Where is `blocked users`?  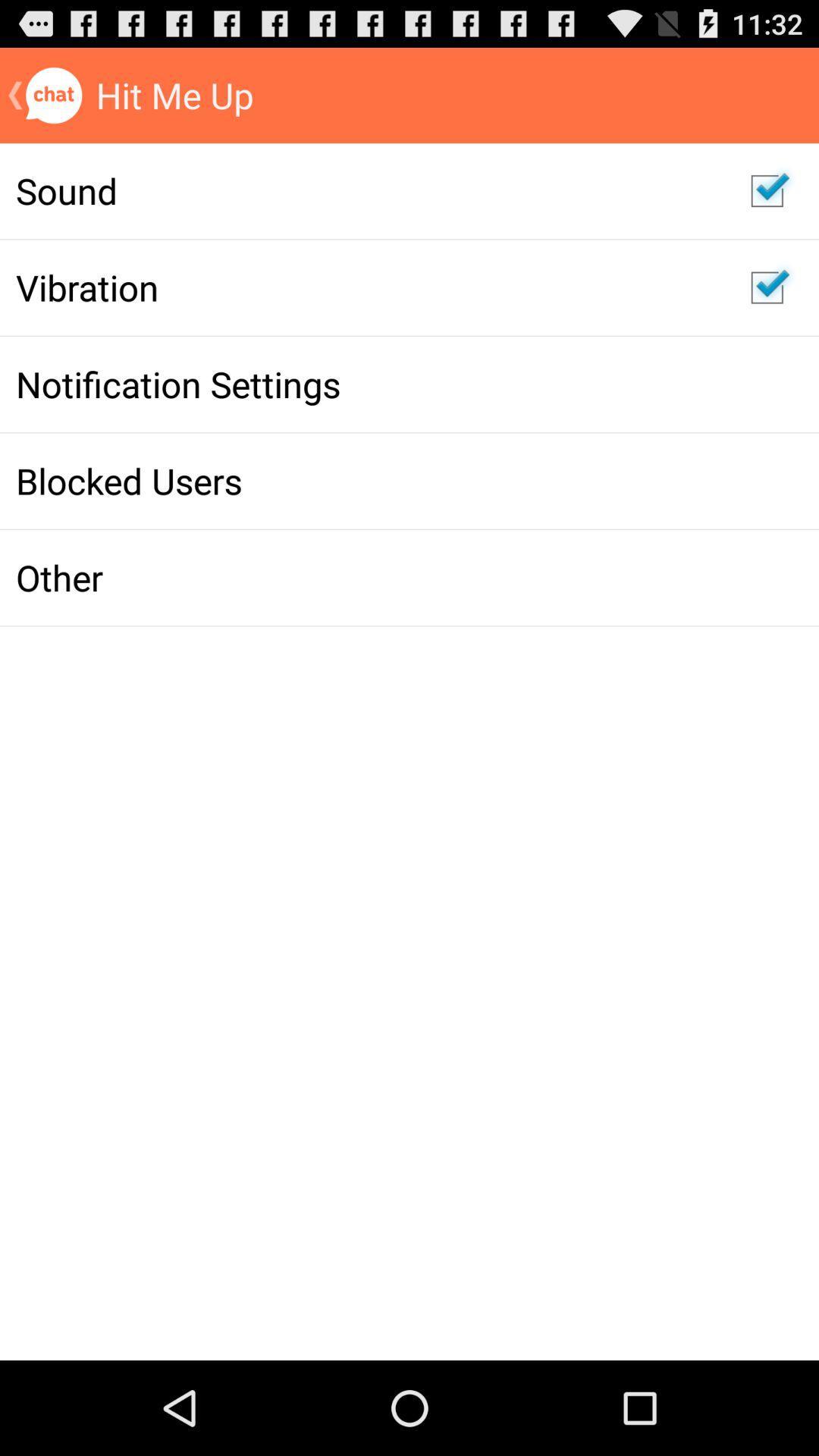 blocked users is located at coordinates (367, 480).